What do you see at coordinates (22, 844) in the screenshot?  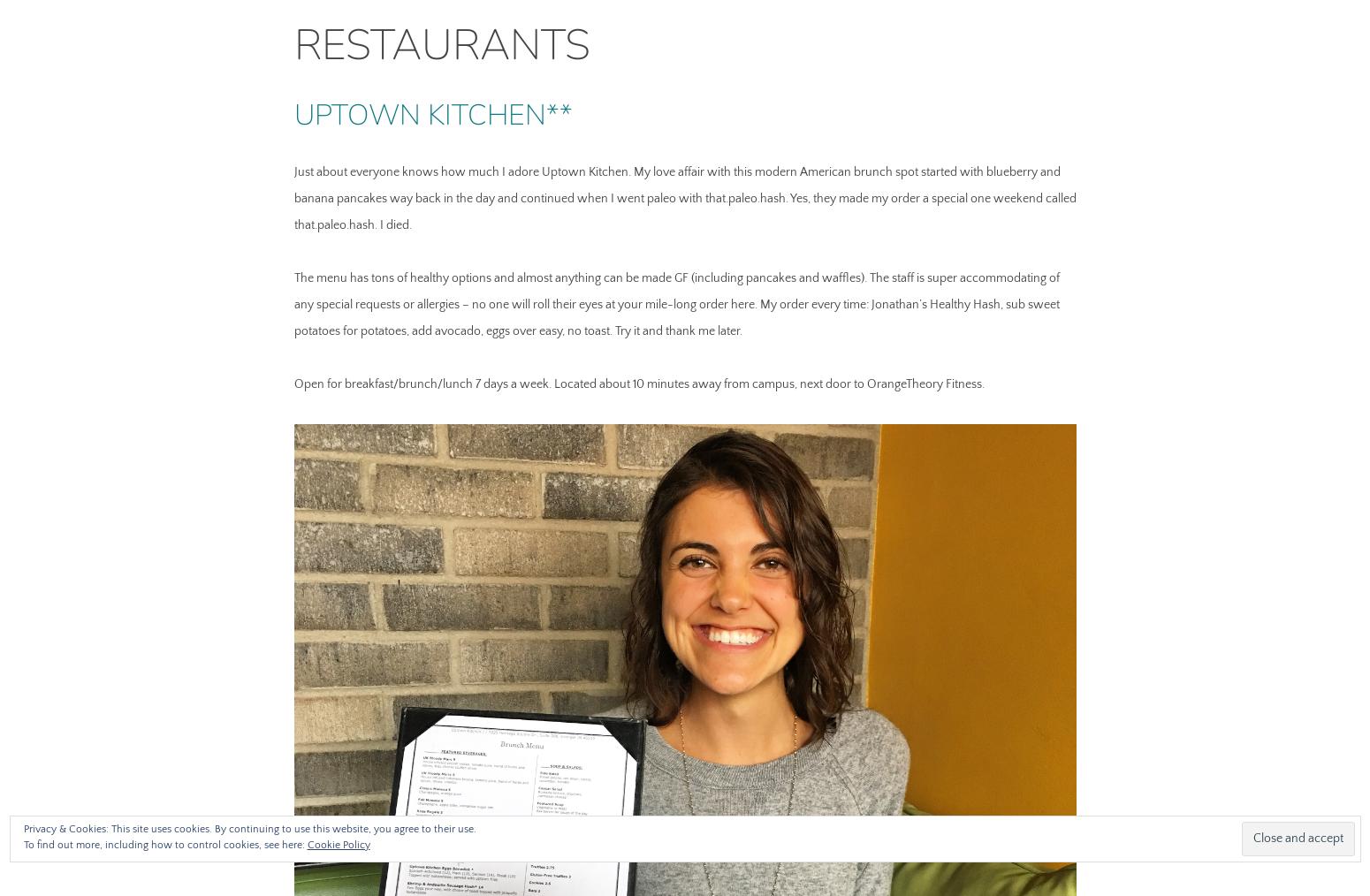 I see `'To find out more, including how to control cookies, see here:'` at bounding box center [22, 844].